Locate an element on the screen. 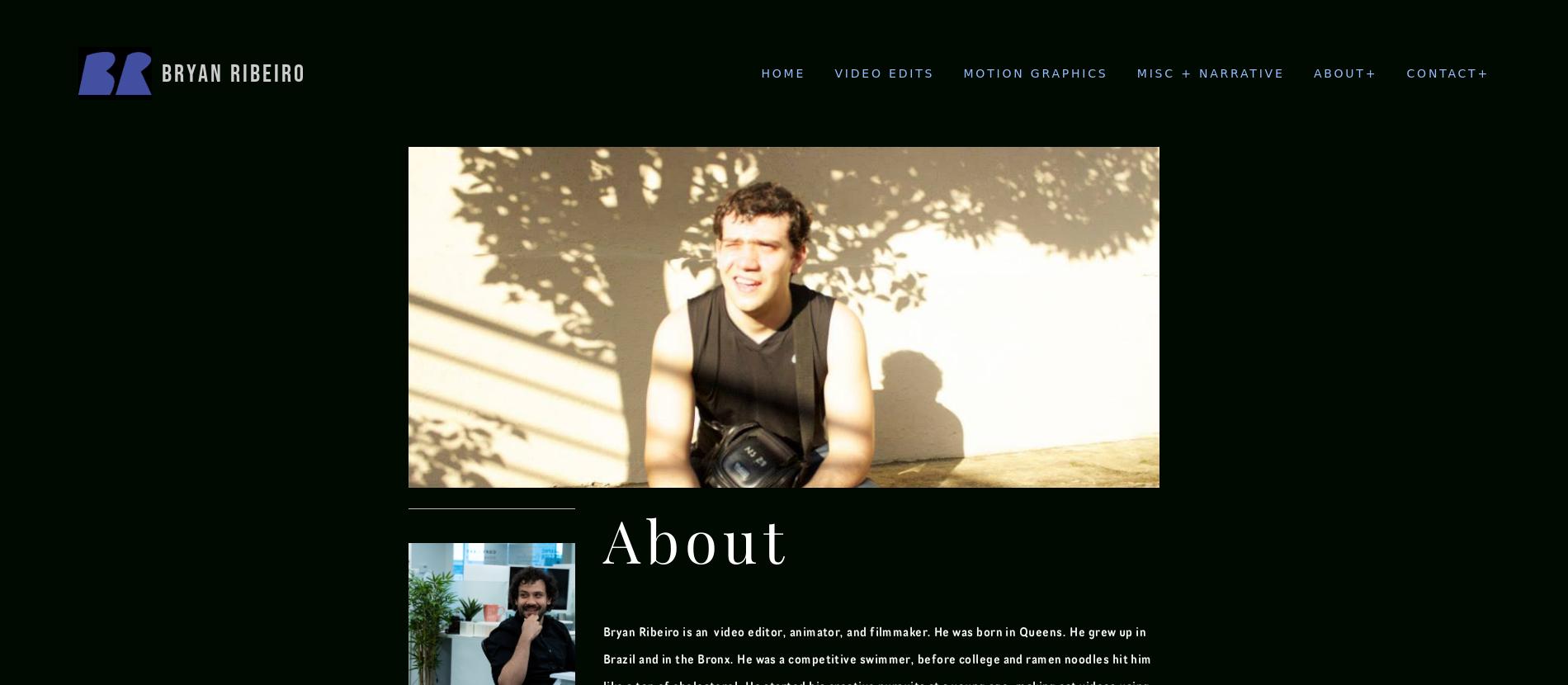  'Home' is located at coordinates (782, 72).